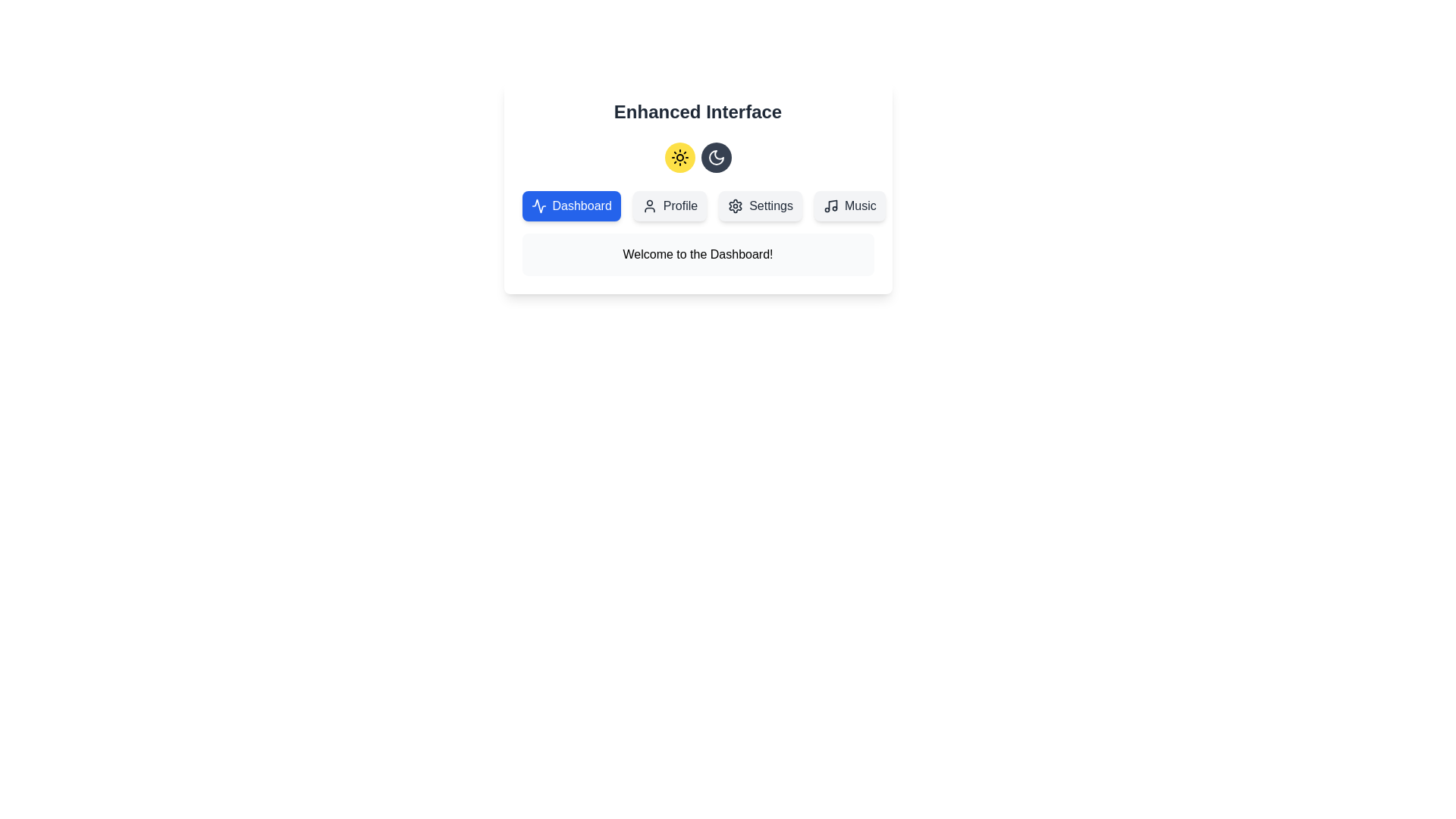  What do you see at coordinates (715, 158) in the screenshot?
I see `the crescent moon icon button at the top center of the interface to switch the theme to dark mode` at bounding box center [715, 158].